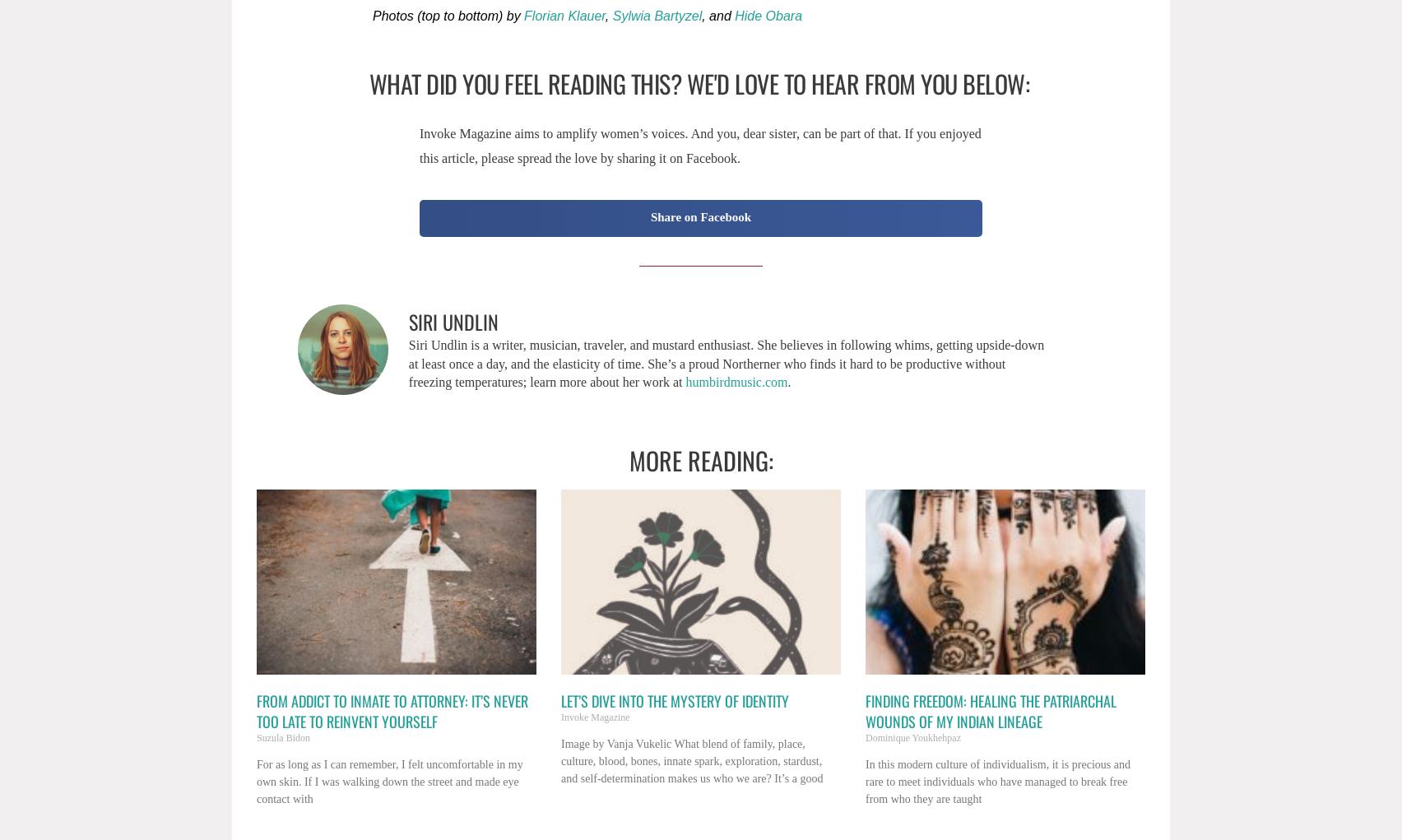 This screenshot has height=840, width=1402. Describe the element at coordinates (996, 780) in the screenshot. I see `'In this modern culture of individualism, it is precious and rare to meet individuals who have managed to break free from who they are taught'` at that location.